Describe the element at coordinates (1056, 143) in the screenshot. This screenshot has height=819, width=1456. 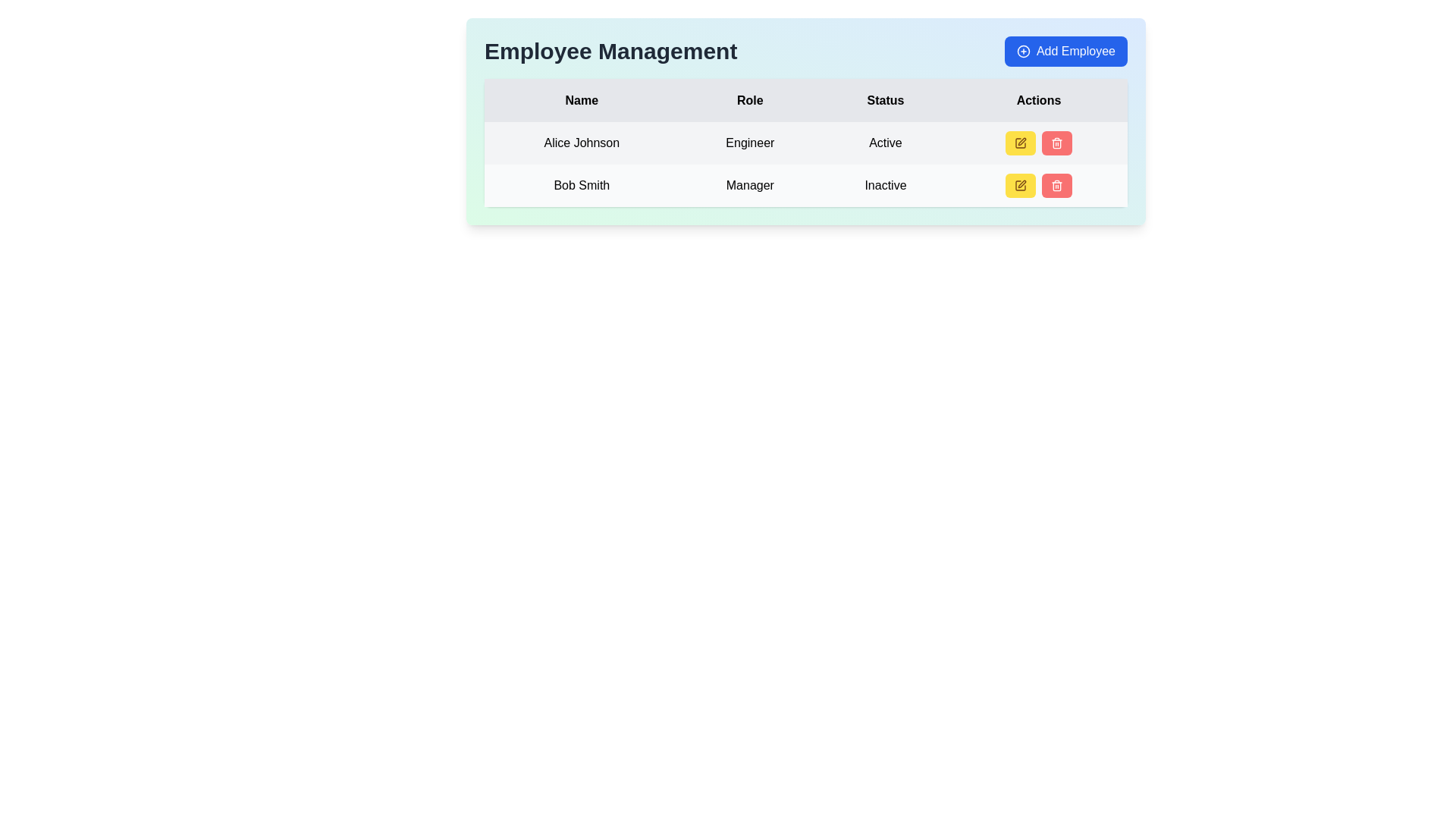
I see `the deletion button located in the 'Actions' column of the first row under 'Employee Management', which is immediately to the right of the yellow edit button` at that location.